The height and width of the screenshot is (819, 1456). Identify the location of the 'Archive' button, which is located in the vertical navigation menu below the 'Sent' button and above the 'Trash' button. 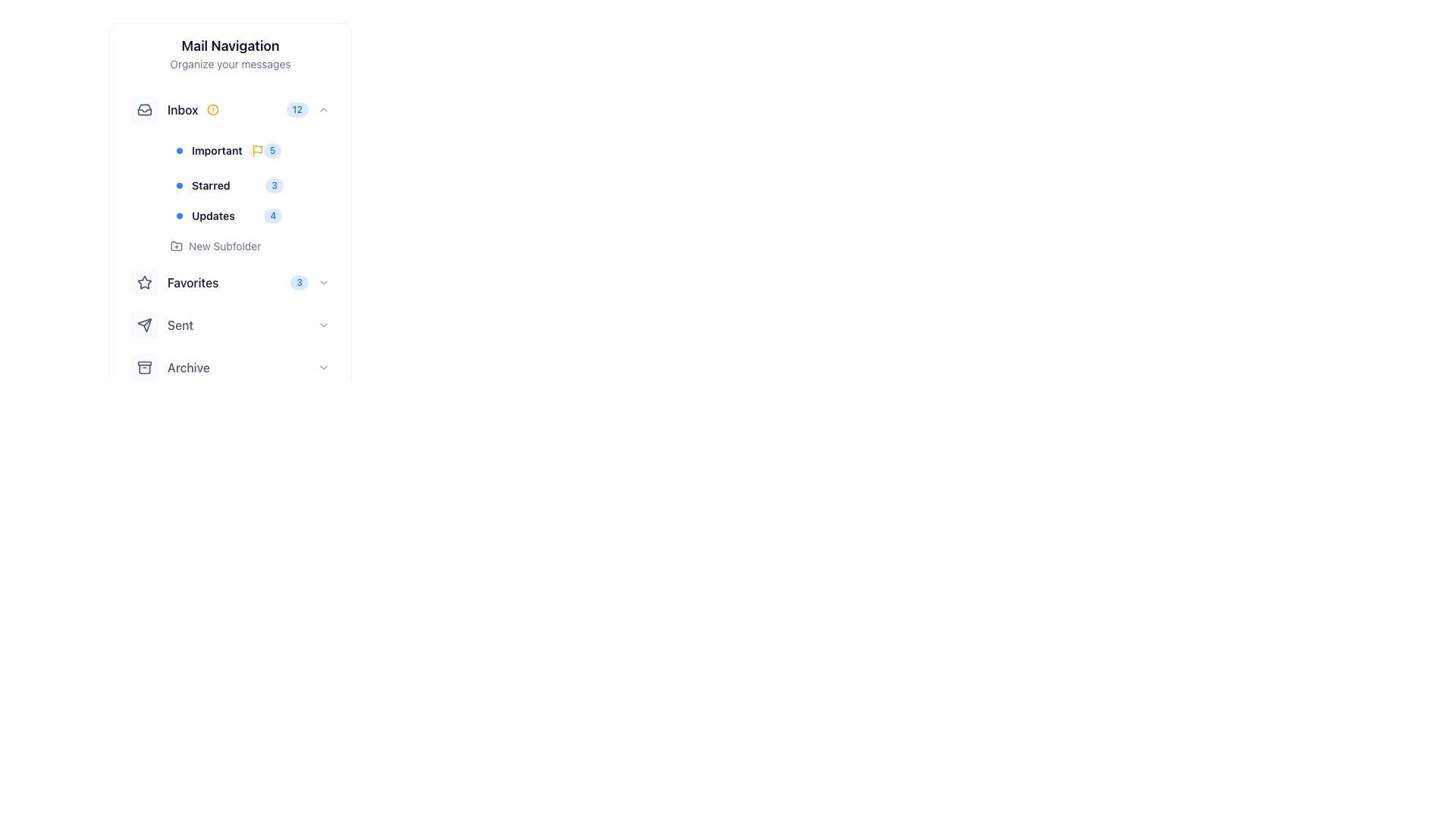
(229, 368).